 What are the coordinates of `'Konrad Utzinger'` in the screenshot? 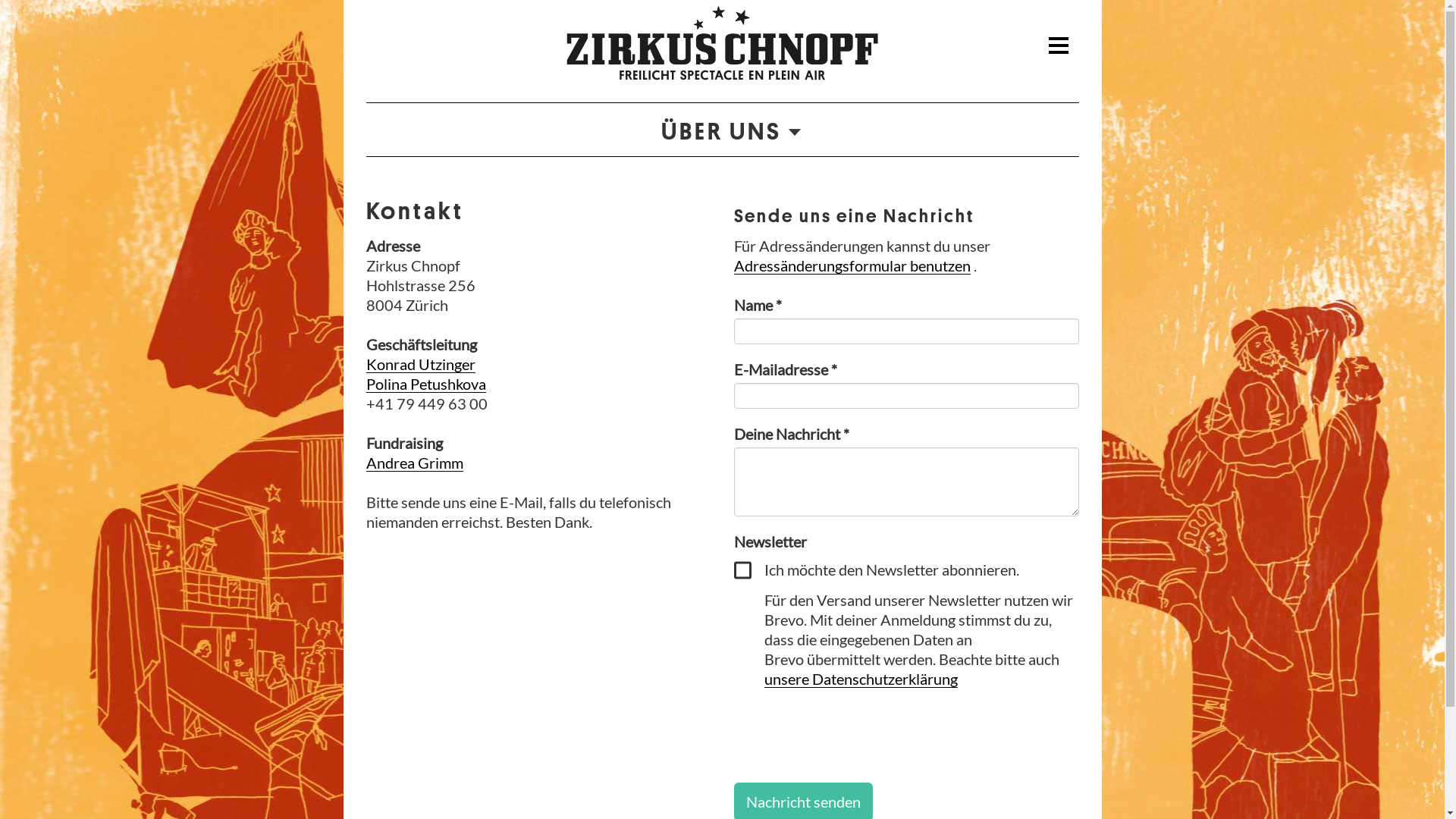 It's located at (365, 363).